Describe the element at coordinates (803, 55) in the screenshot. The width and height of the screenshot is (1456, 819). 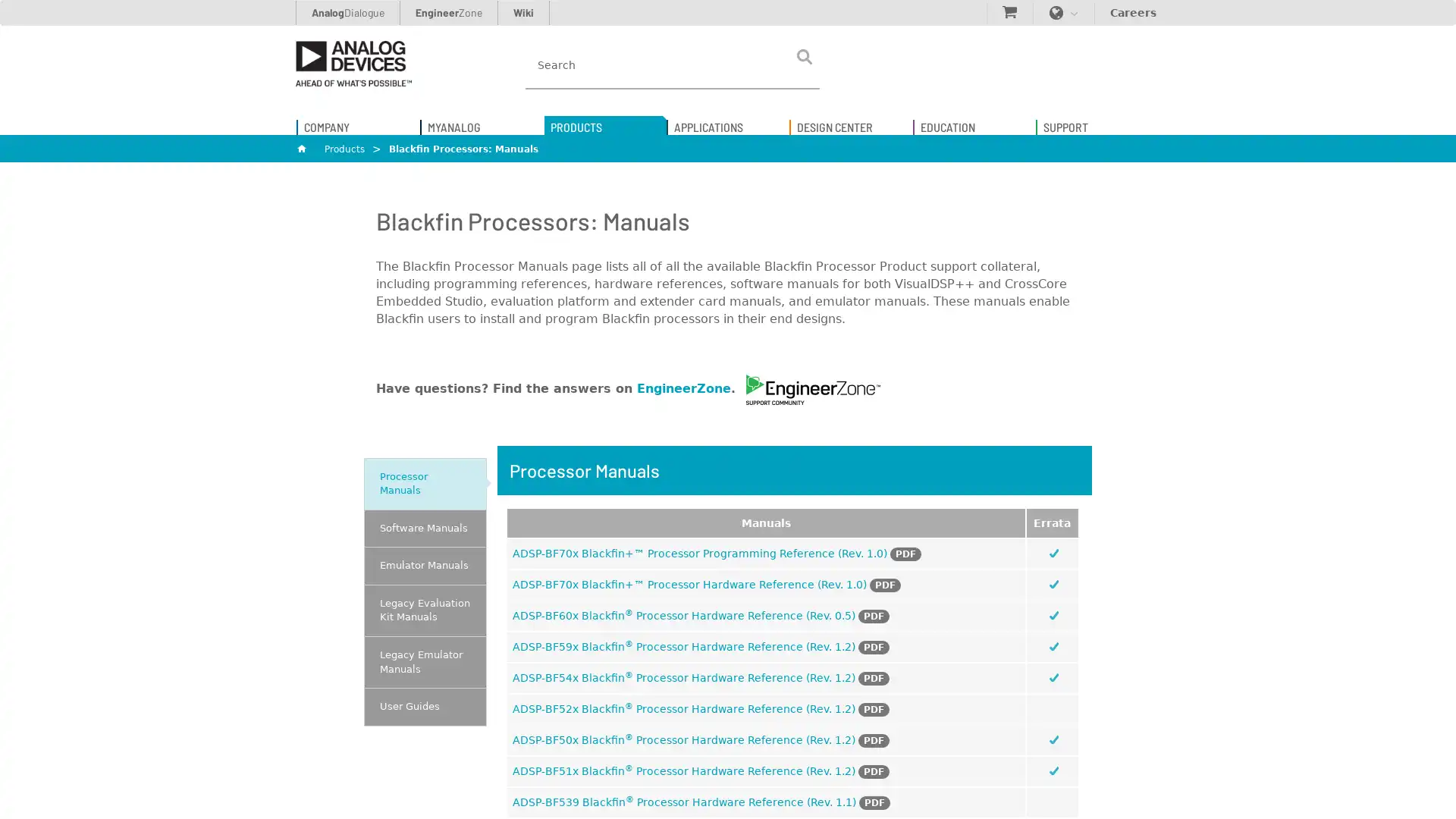
I see `Search` at that location.